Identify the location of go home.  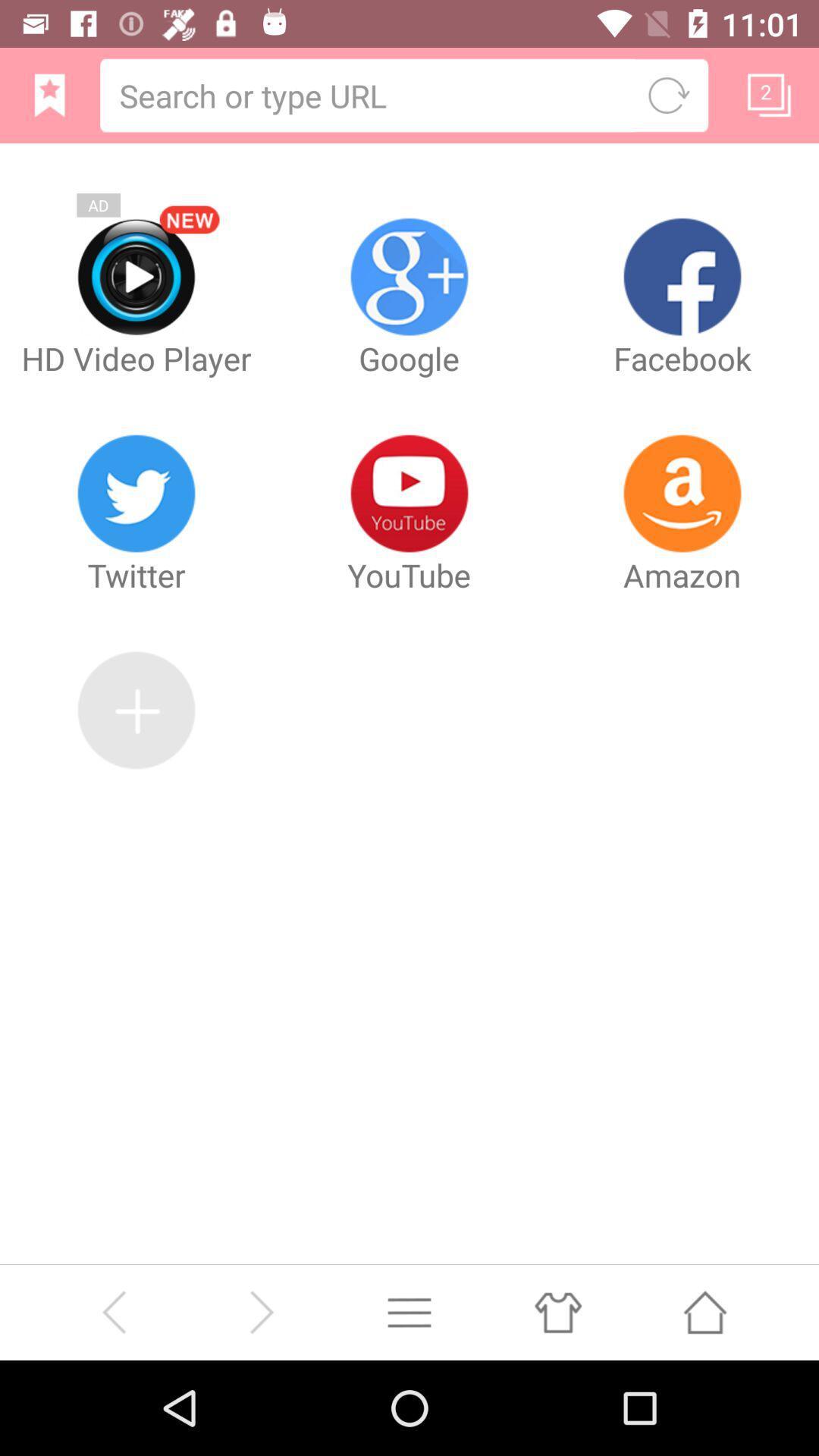
(704, 1311).